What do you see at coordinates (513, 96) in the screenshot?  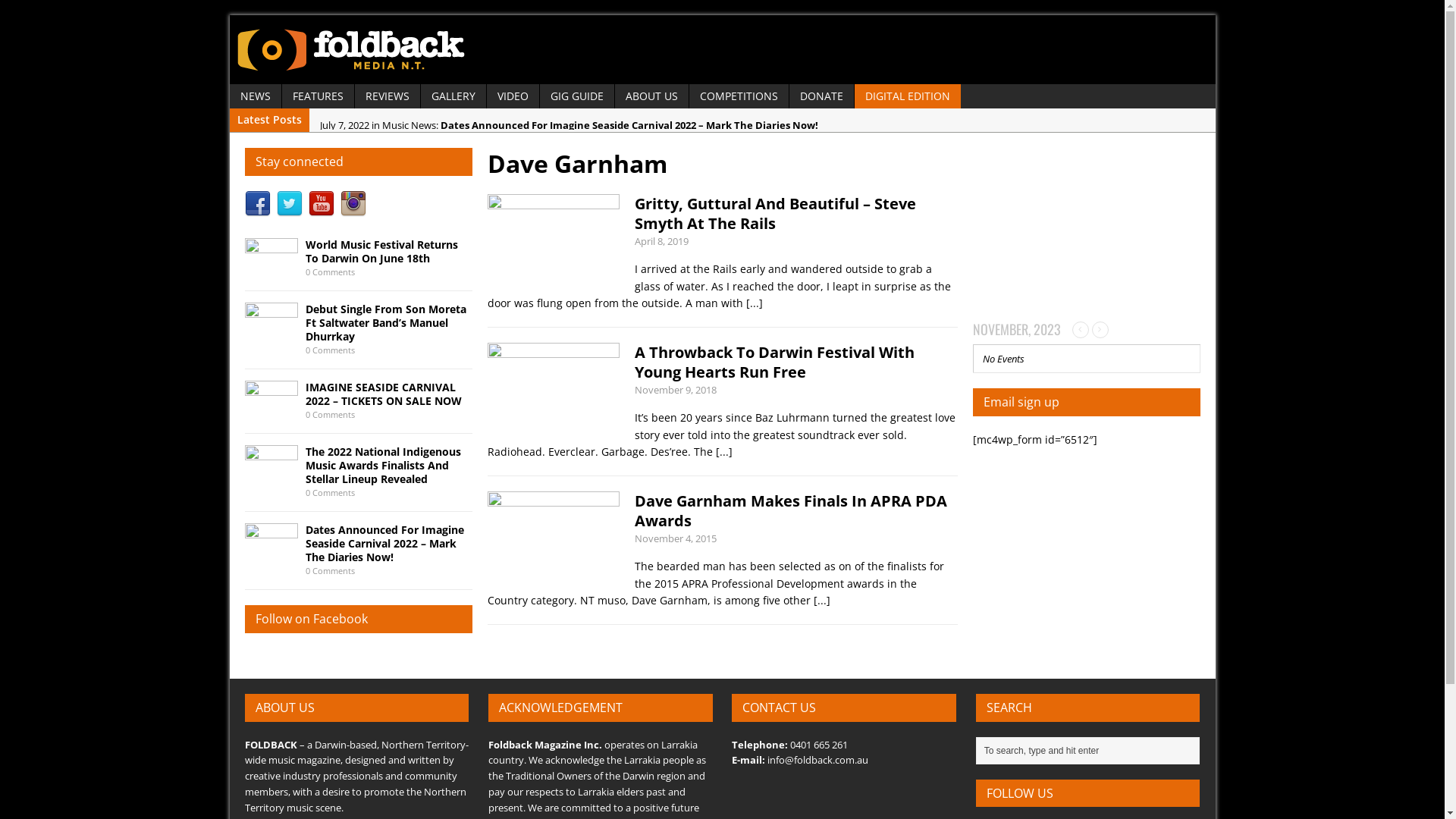 I see `'VIDEO'` at bounding box center [513, 96].